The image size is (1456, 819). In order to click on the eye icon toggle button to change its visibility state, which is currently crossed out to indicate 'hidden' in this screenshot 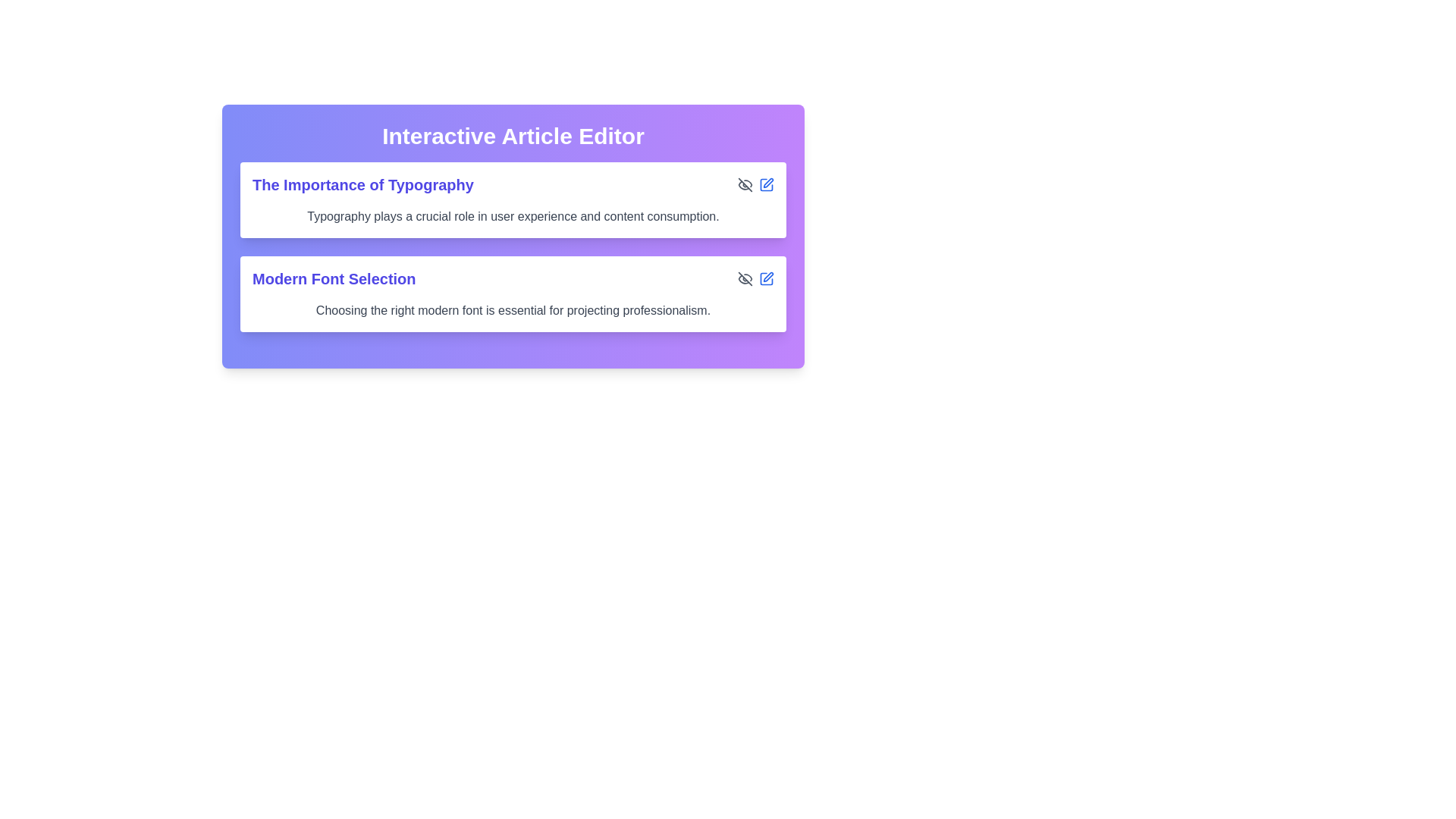, I will do `click(745, 184)`.